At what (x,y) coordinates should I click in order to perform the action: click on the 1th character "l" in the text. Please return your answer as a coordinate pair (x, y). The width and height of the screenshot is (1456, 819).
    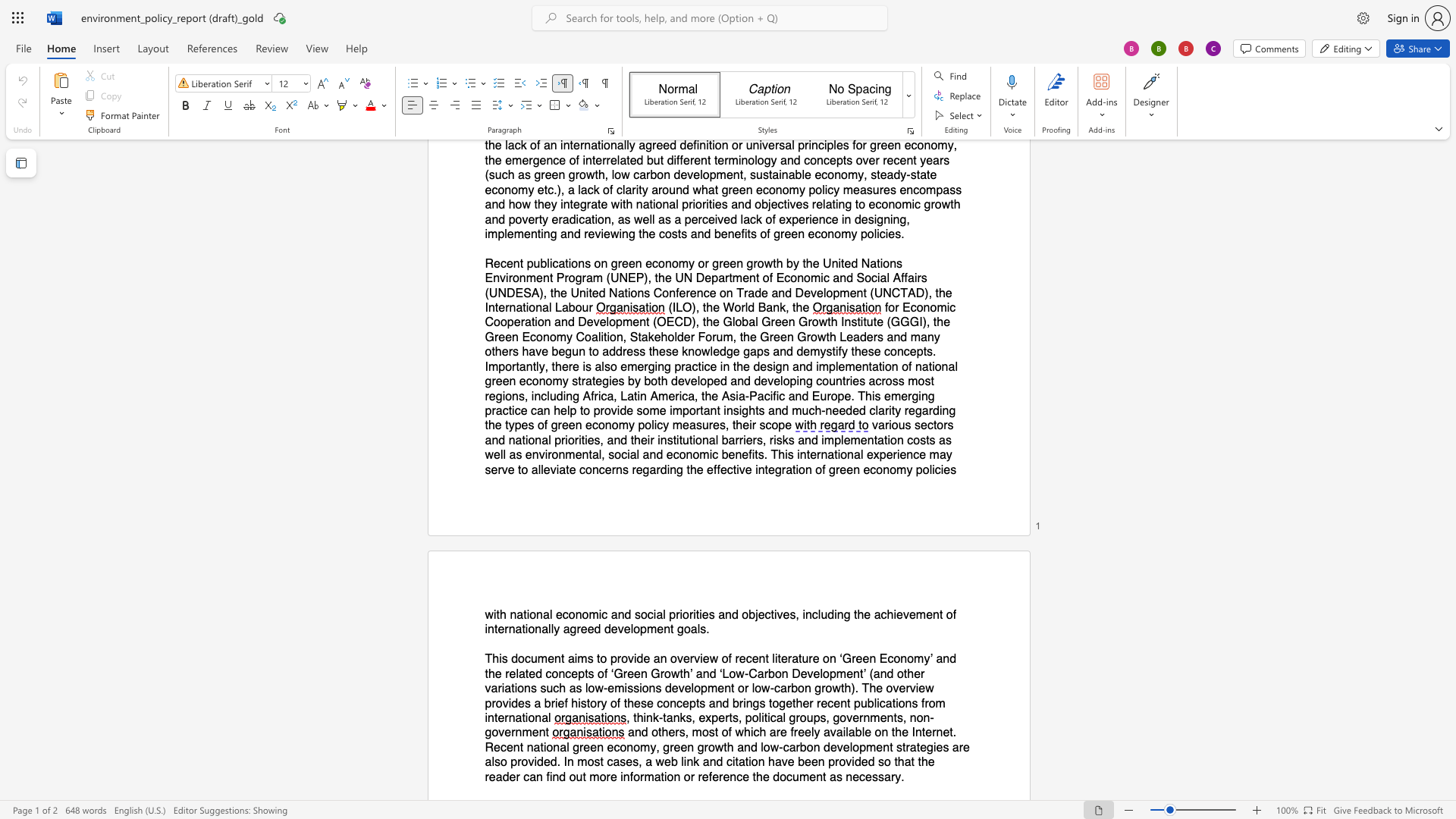
    Looking at the image, I should click on (773, 658).